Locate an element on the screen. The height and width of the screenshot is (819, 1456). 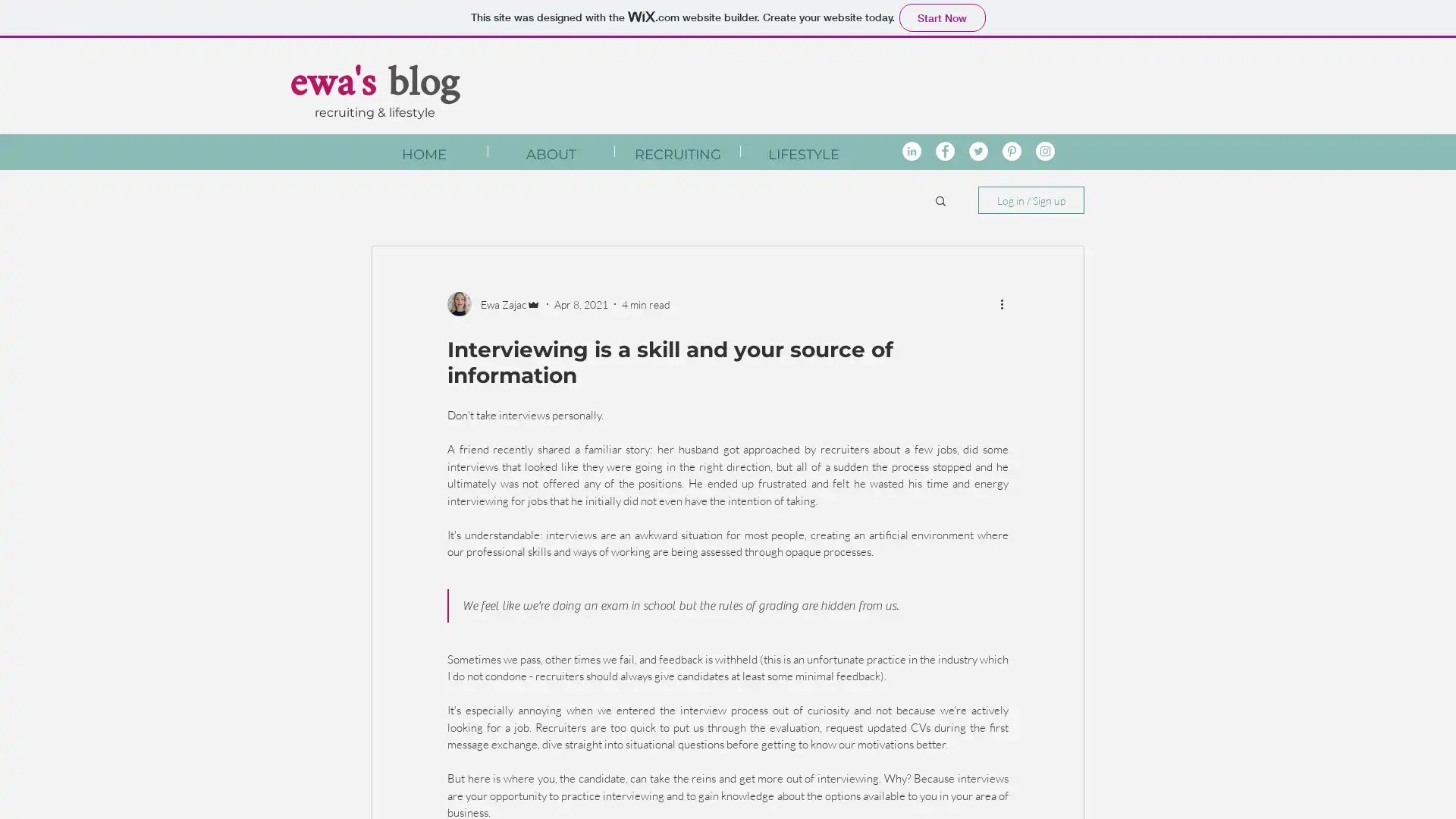
Search is located at coordinates (940, 201).